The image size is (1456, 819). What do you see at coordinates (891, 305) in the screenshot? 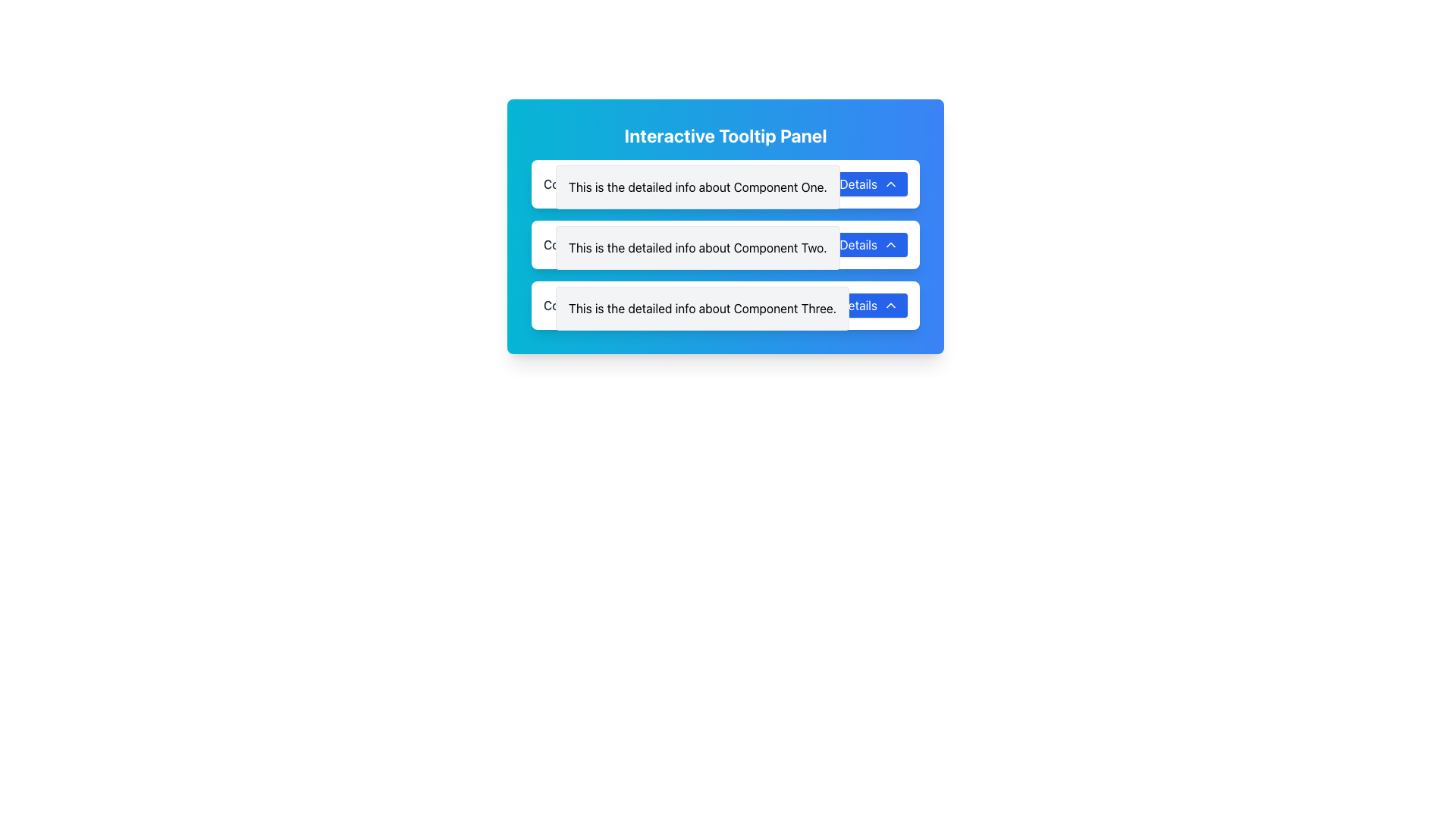
I see `the chevron icon located at the bottom-right of the 'Details' button for the third component, which indicates the toggle for collapsing or expanding the section of details` at bounding box center [891, 305].